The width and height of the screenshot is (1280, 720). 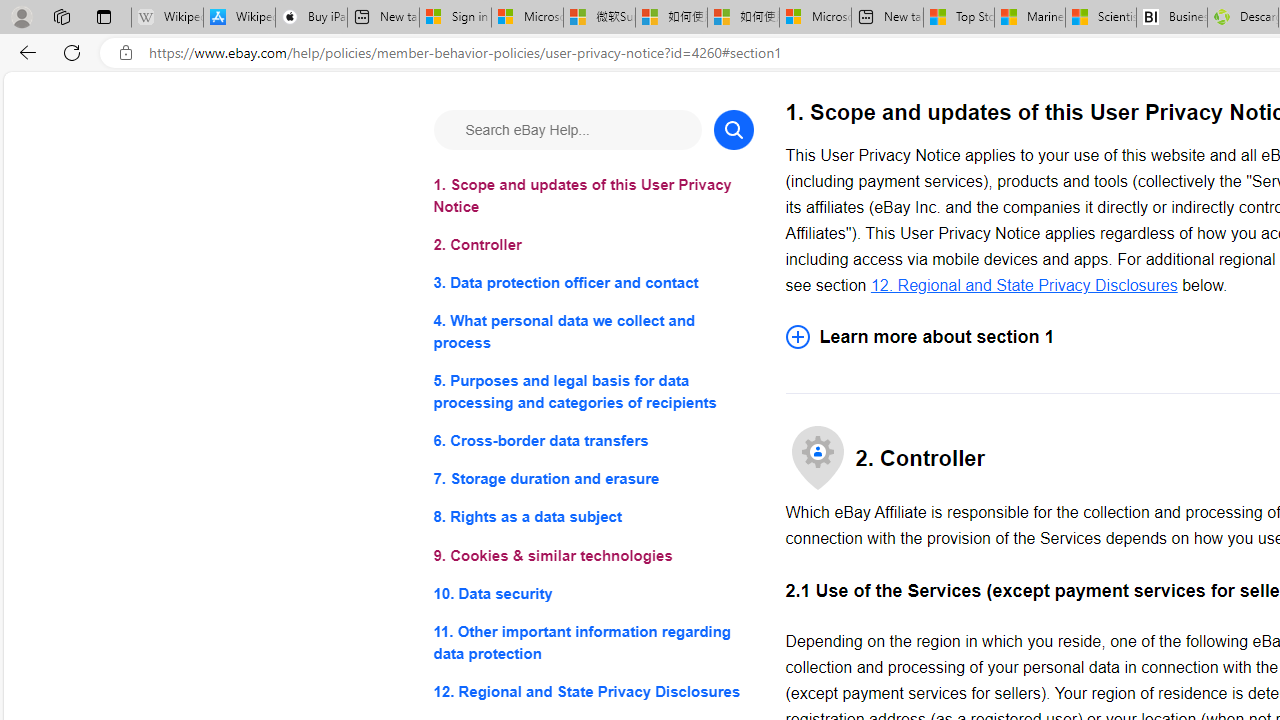 I want to click on '9. Cookies & similar technologies', so click(x=592, y=555).